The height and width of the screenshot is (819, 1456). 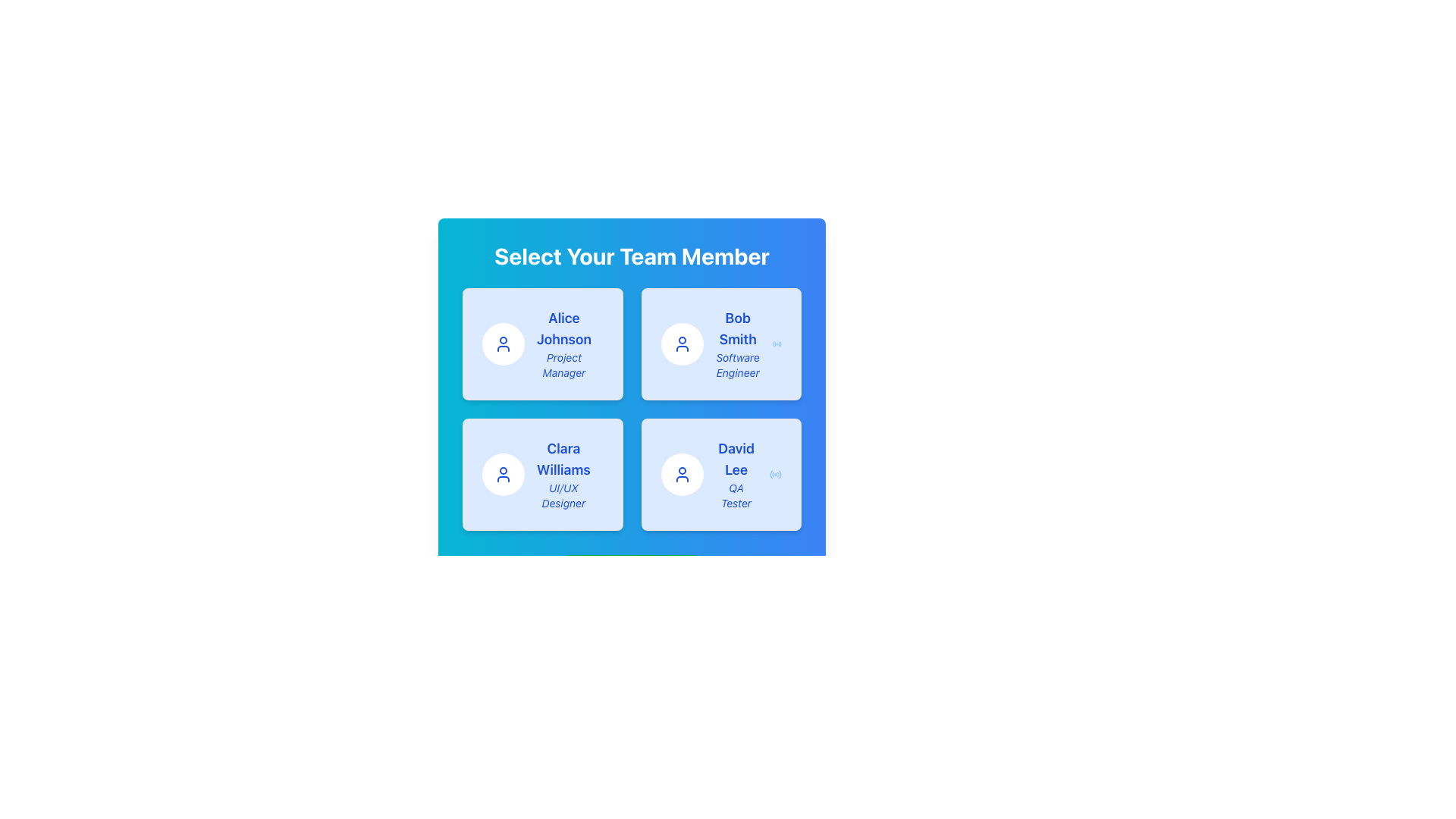 I want to click on text content displayed in the bottom-right card of the grid labeled 'Select Your Team Member', so click(x=736, y=473).